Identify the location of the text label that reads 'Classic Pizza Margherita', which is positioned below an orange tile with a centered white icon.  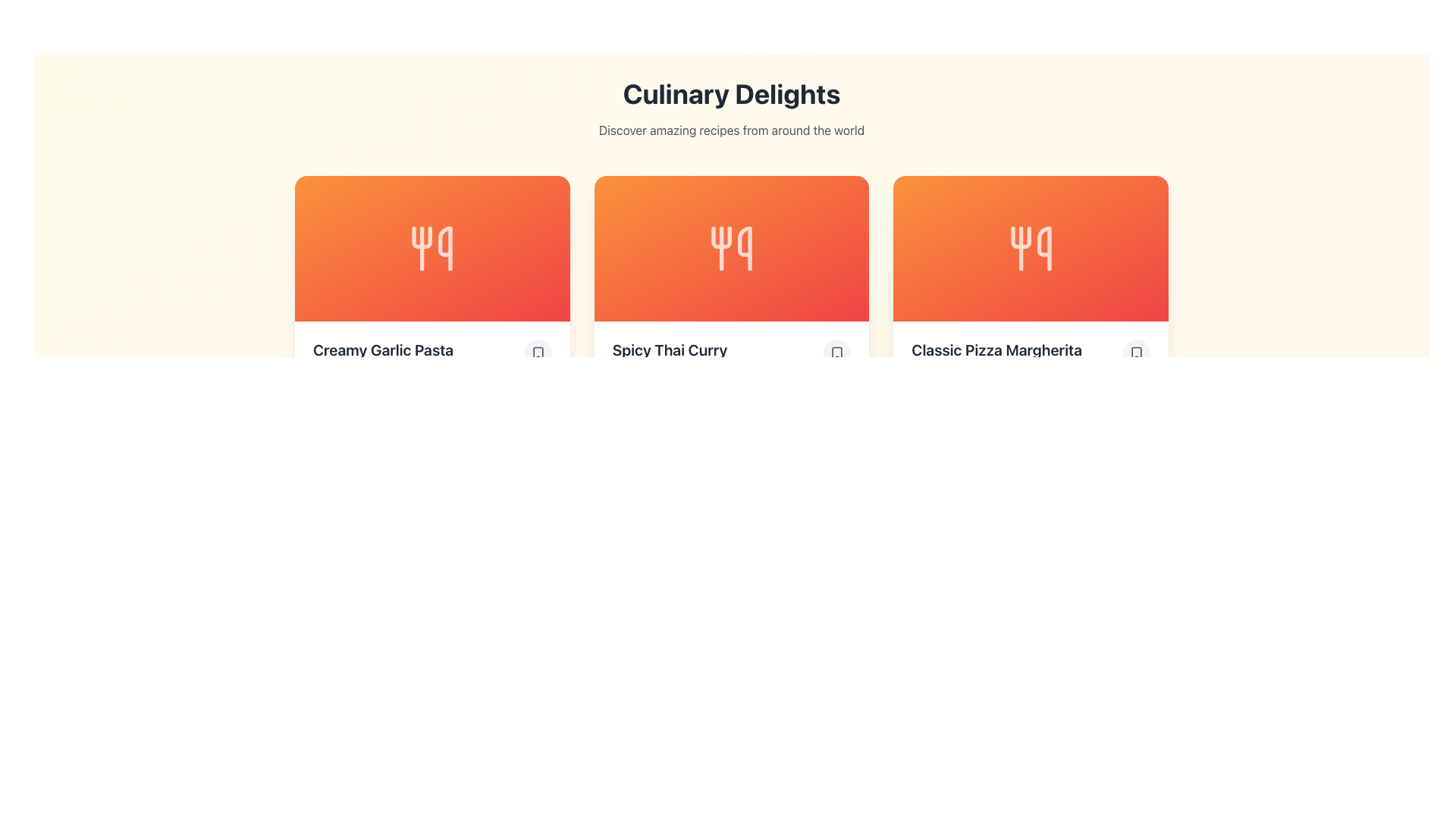
(996, 350).